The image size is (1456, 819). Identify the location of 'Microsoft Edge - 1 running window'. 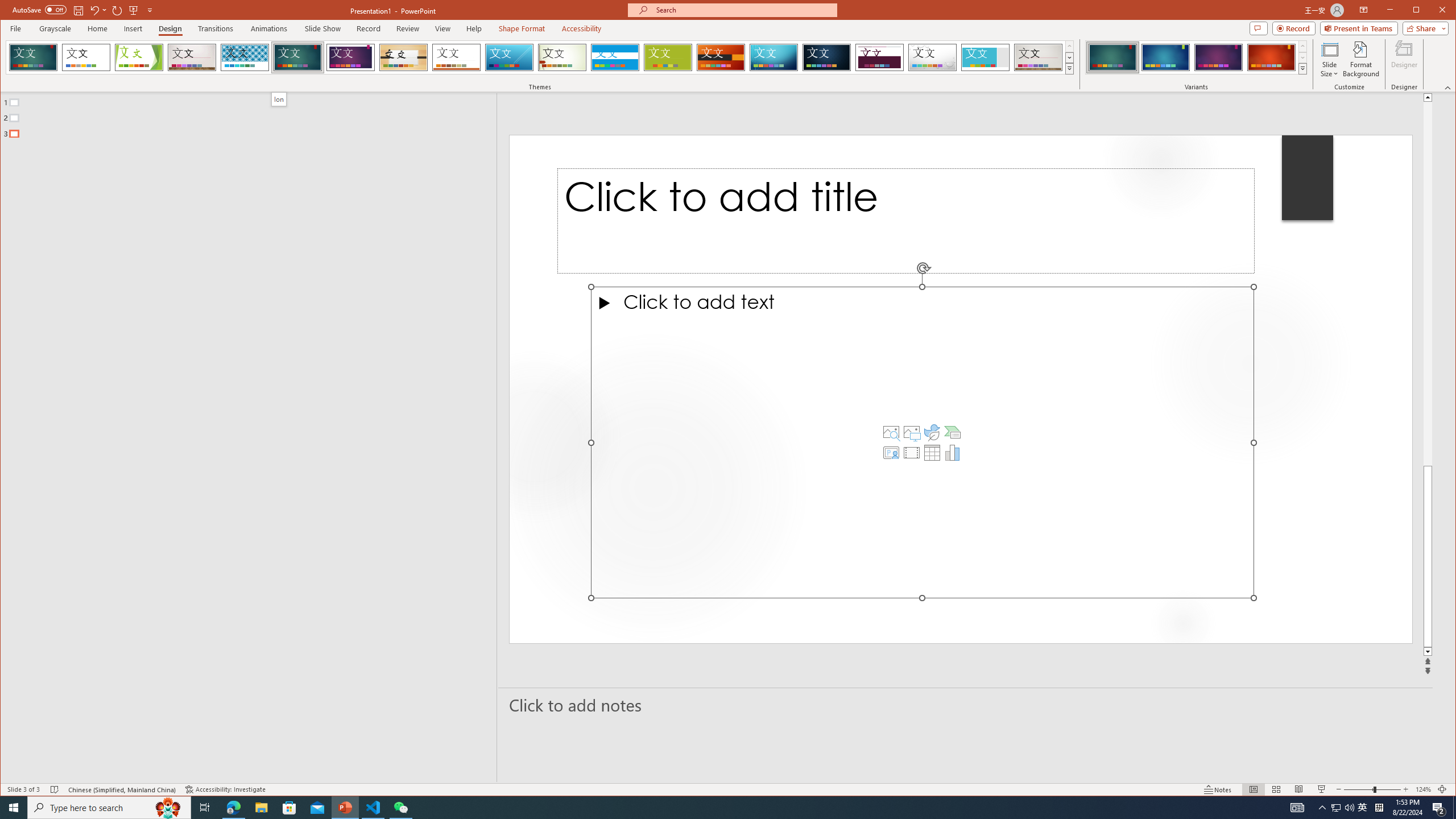
(233, 806).